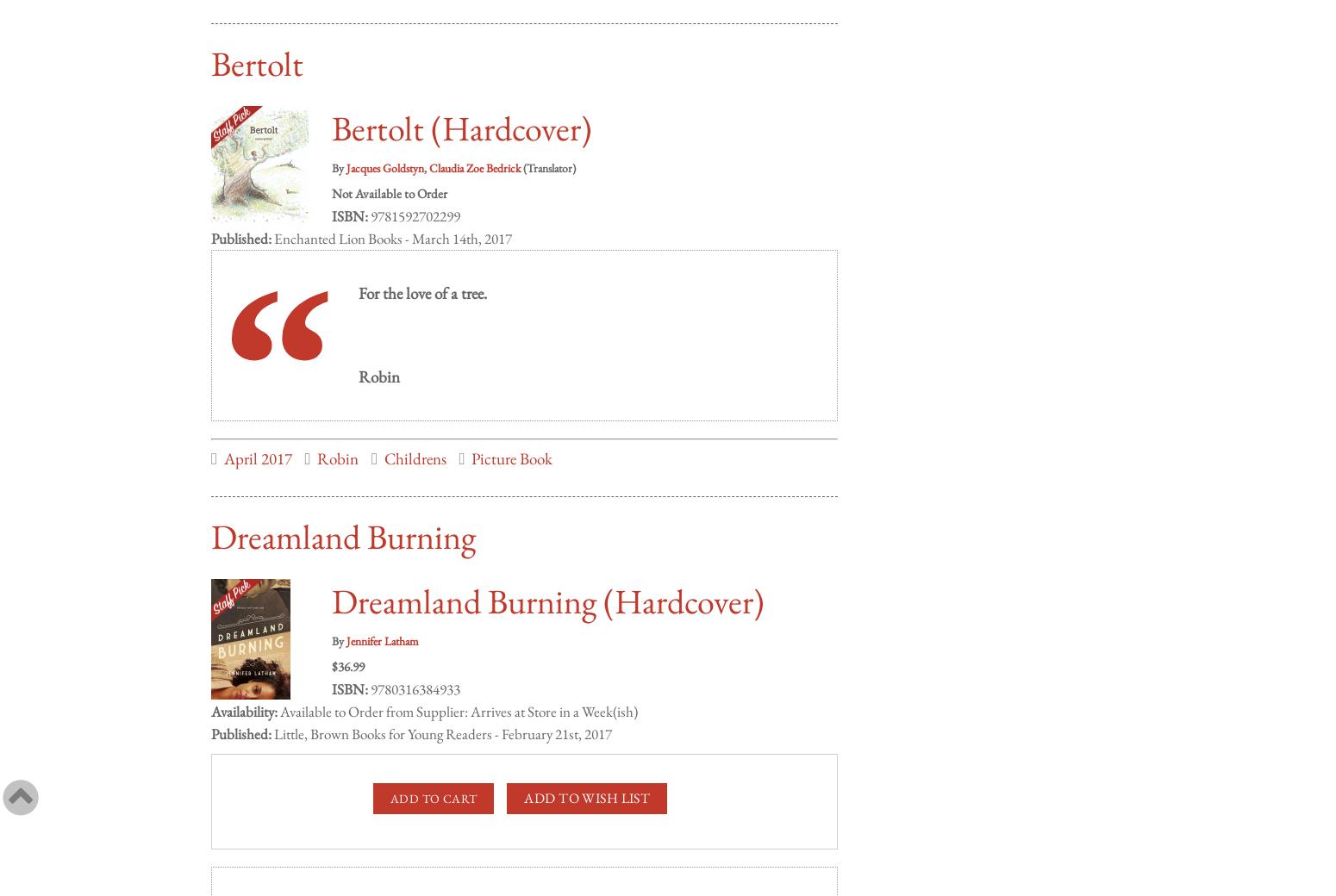 This screenshot has width=1336, height=896. I want to click on 'Dreamland Burning', so click(343, 518).